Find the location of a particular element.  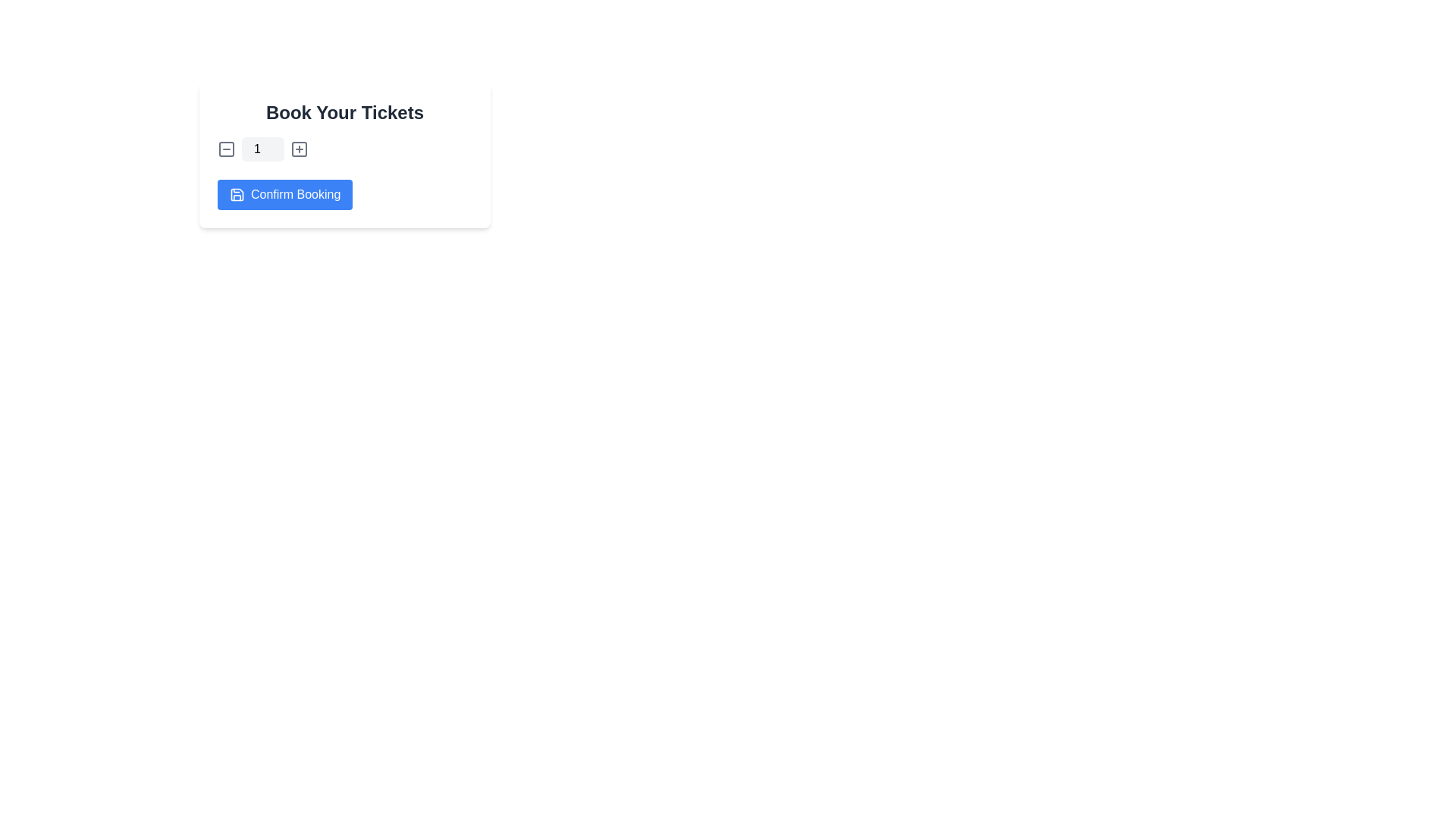

the leading icon on the left of the text within the 'Confirm Booking' button to confirm the booking is located at coordinates (236, 194).